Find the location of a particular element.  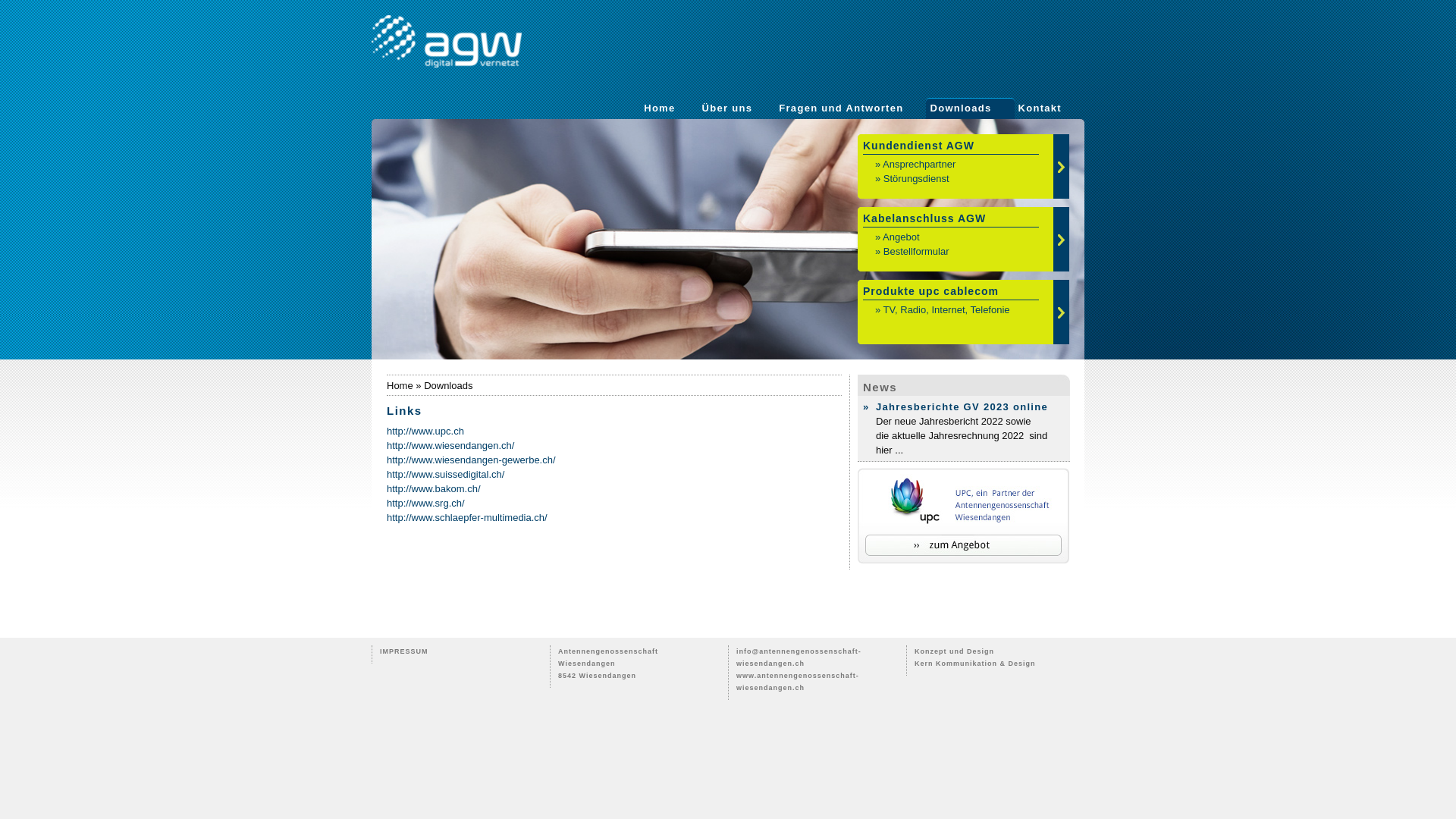

'Jahresberichte GV 2023 online' is located at coordinates (961, 406).